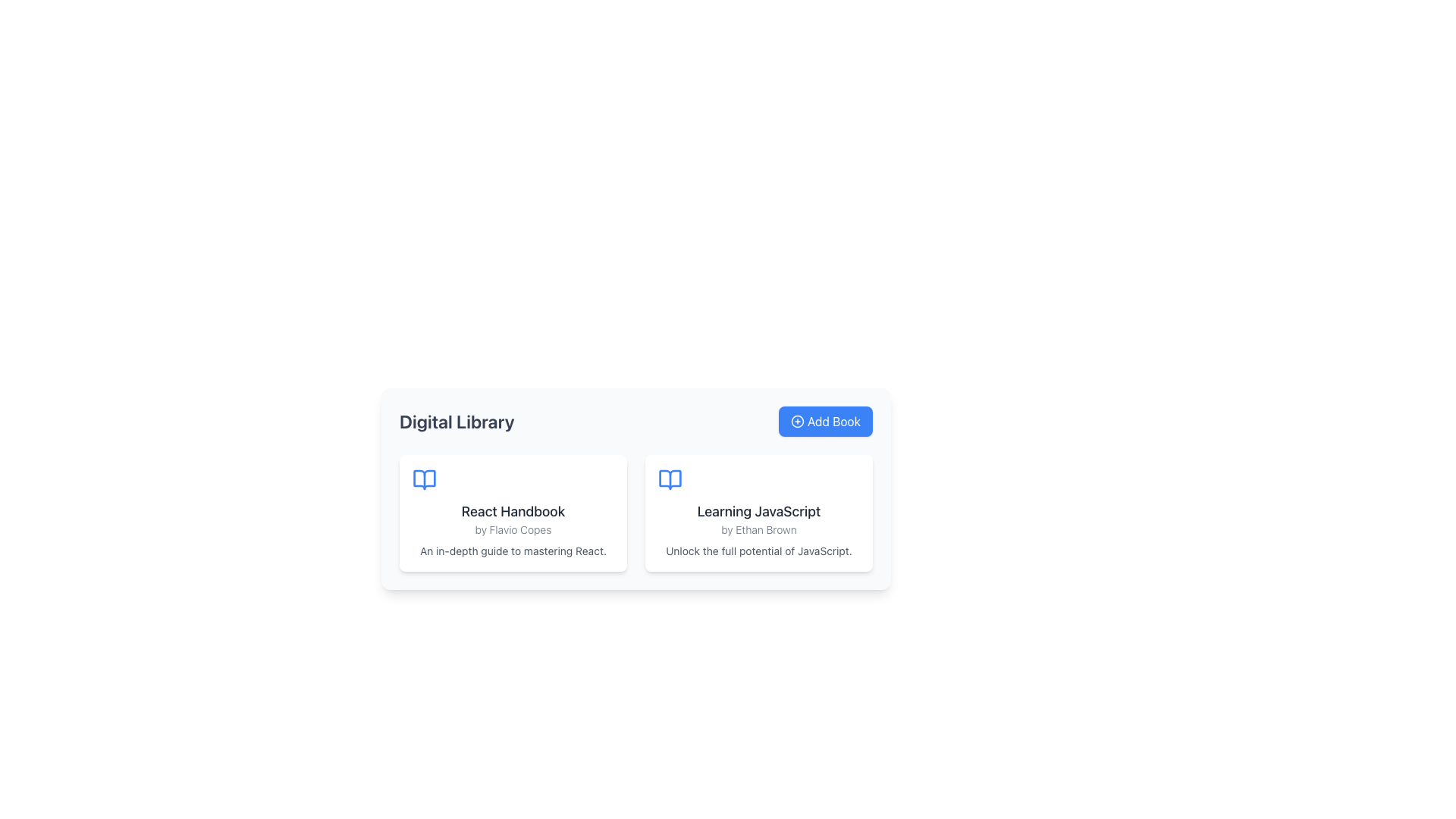 The width and height of the screenshot is (1456, 819). Describe the element at coordinates (759, 551) in the screenshot. I see `the text label reading 'Unlock the full potential of JavaScript.' located at the bottom of the card layout on the right side of the interface` at that location.